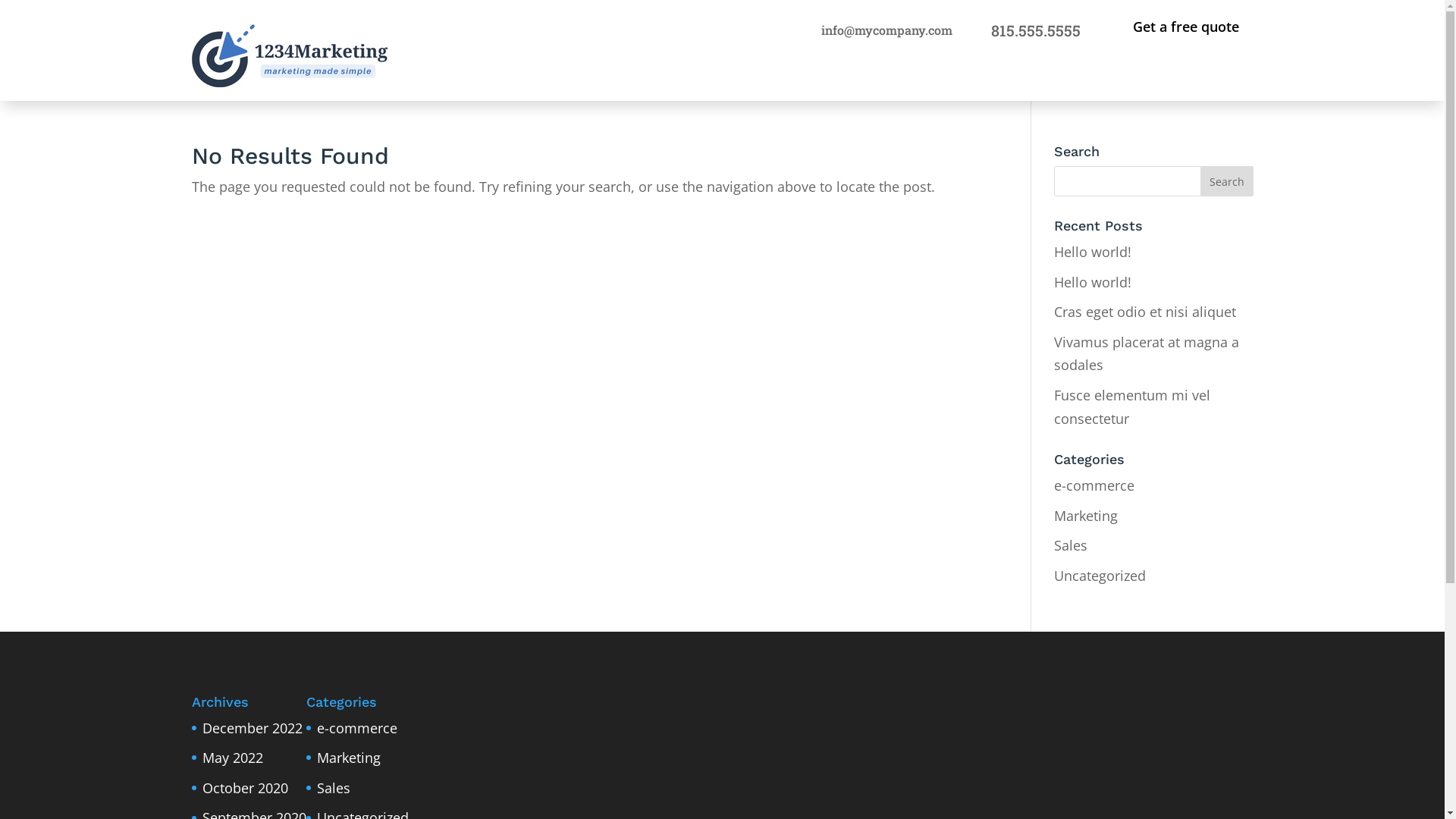 The height and width of the screenshot is (819, 1456). I want to click on 'Hello world!', so click(1092, 250).